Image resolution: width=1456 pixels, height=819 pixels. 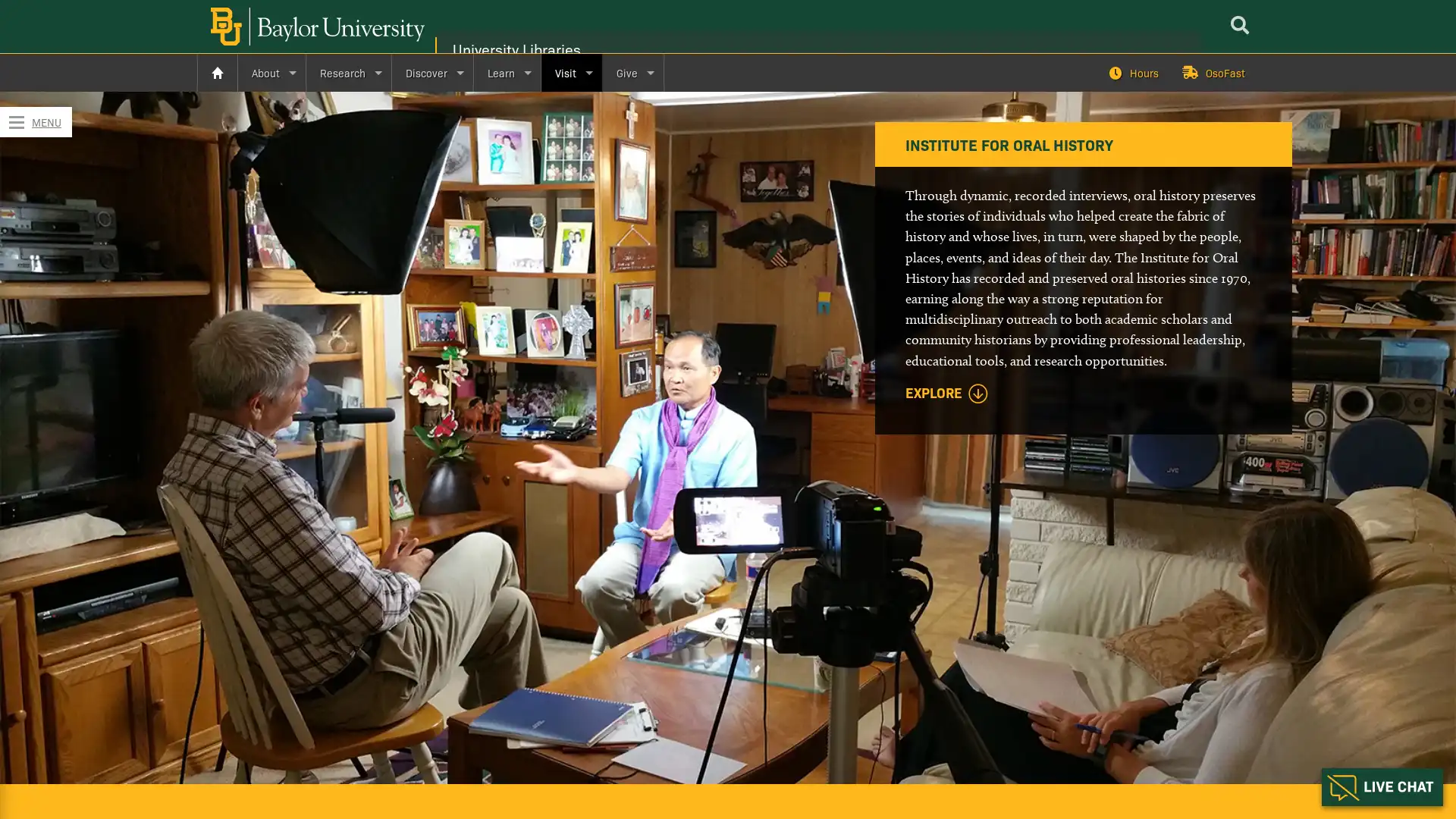 What do you see at coordinates (1382, 786) in the screenshot?
I see `Start chat` at bounding box center [1382, 786].